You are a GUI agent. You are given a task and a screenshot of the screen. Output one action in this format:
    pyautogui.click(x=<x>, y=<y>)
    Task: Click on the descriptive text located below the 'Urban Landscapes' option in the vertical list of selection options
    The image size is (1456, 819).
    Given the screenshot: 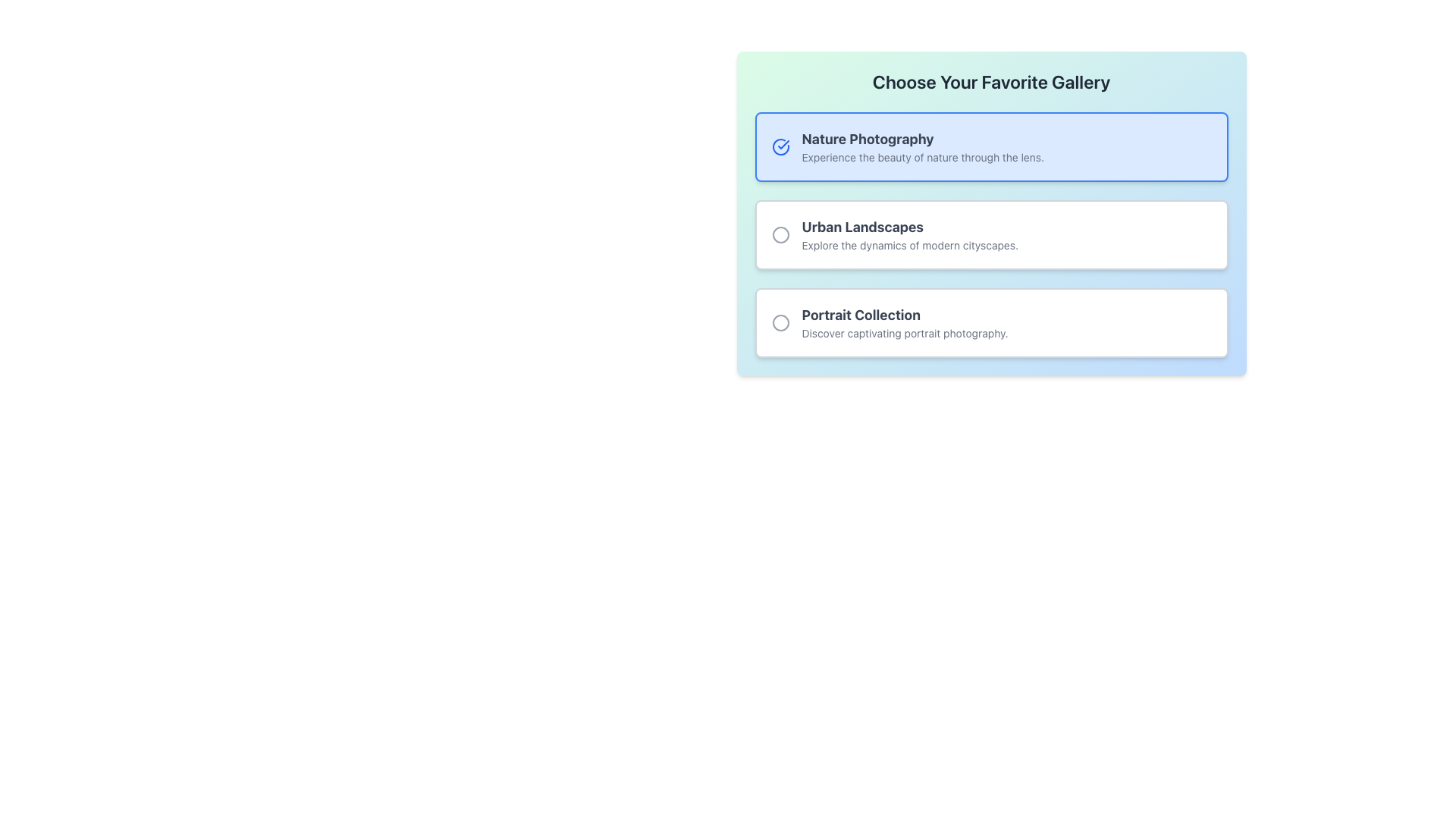 What is the action you would take?
    pyautogui.click(x=910, y=245)
    